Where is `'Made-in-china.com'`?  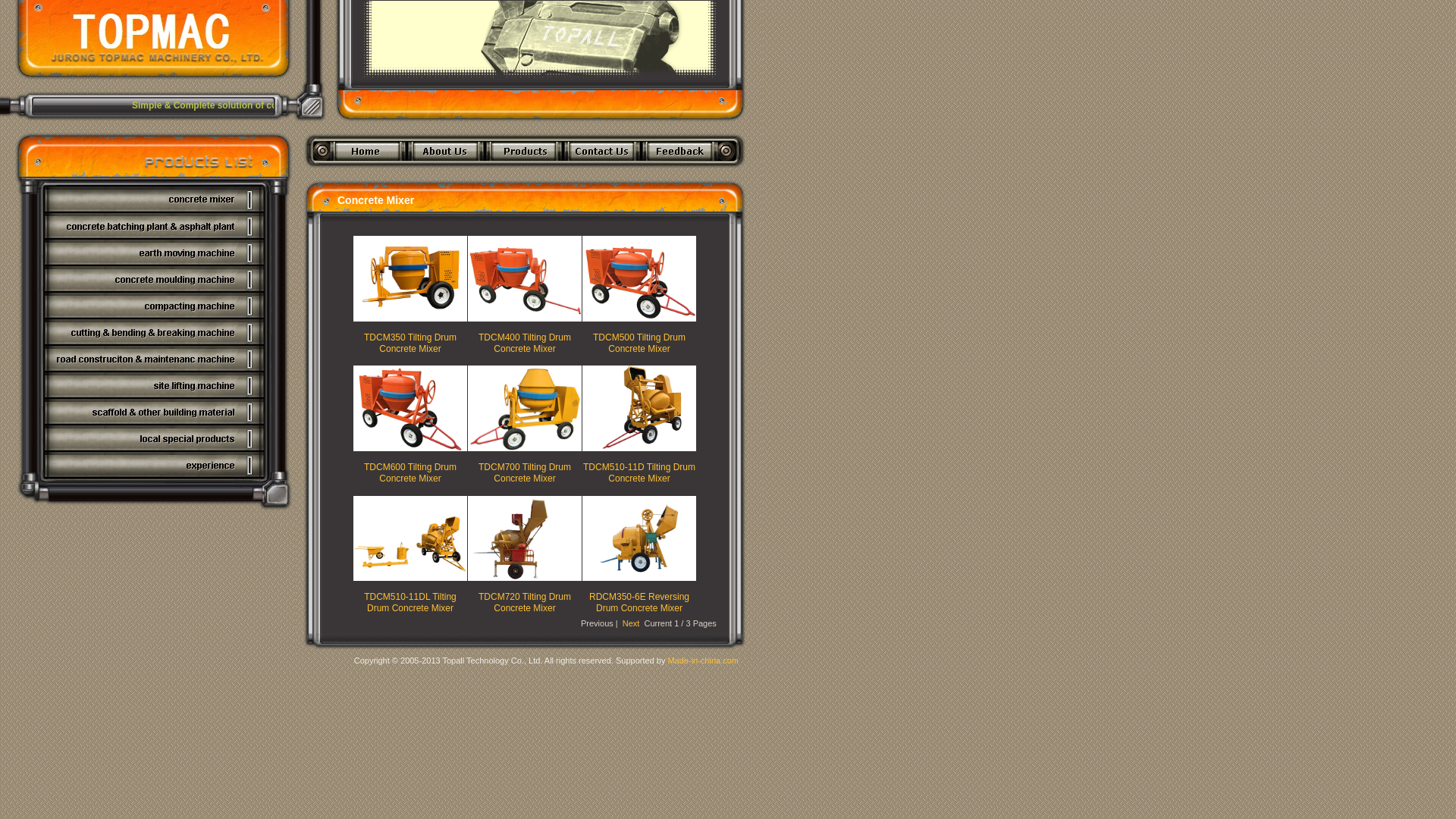 'Made-in-china.com' is located at coordinates (701, 660).